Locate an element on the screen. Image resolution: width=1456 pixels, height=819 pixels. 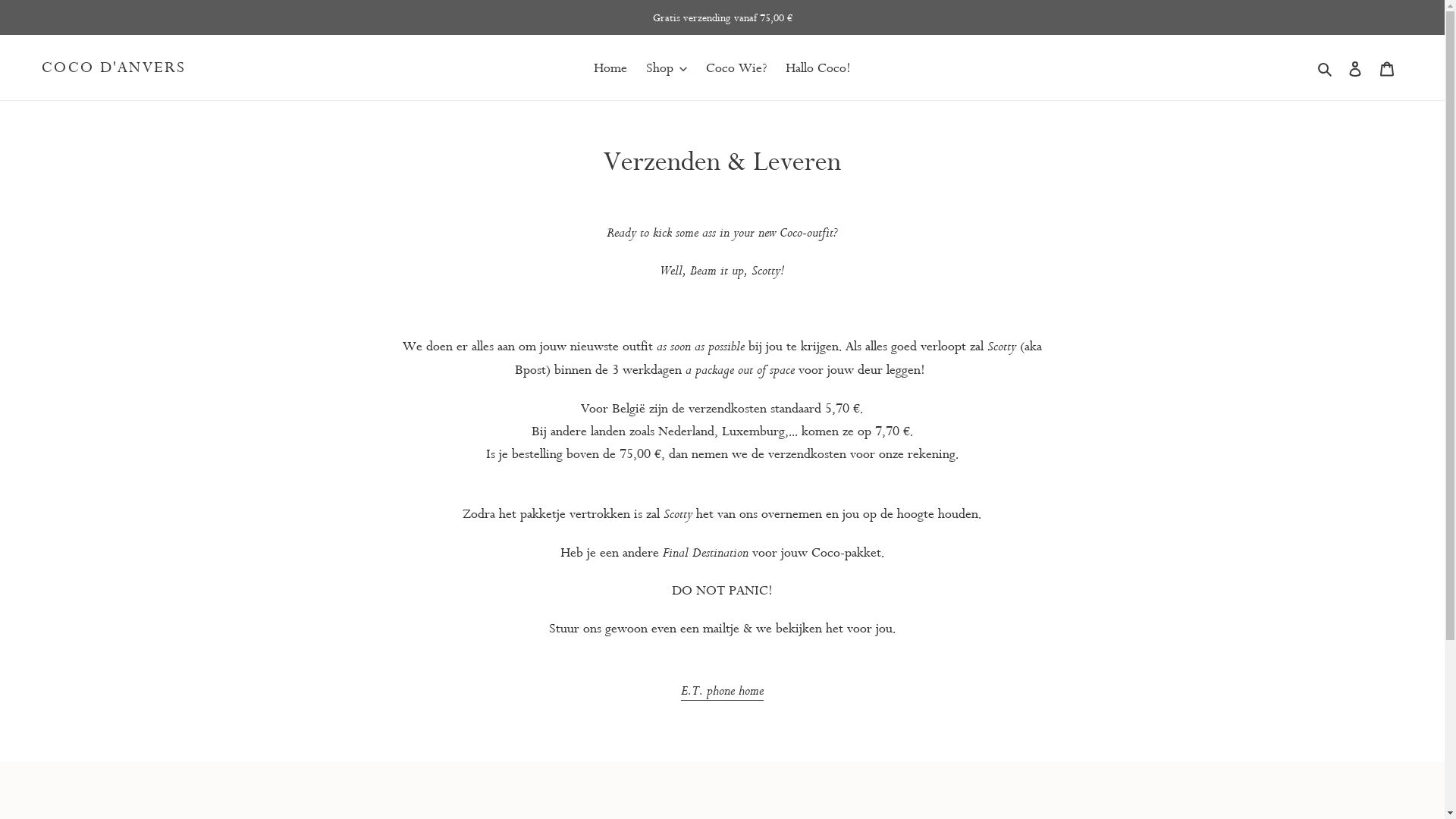
'COCO D'ANVERS' is located at coordinates (41, 66).